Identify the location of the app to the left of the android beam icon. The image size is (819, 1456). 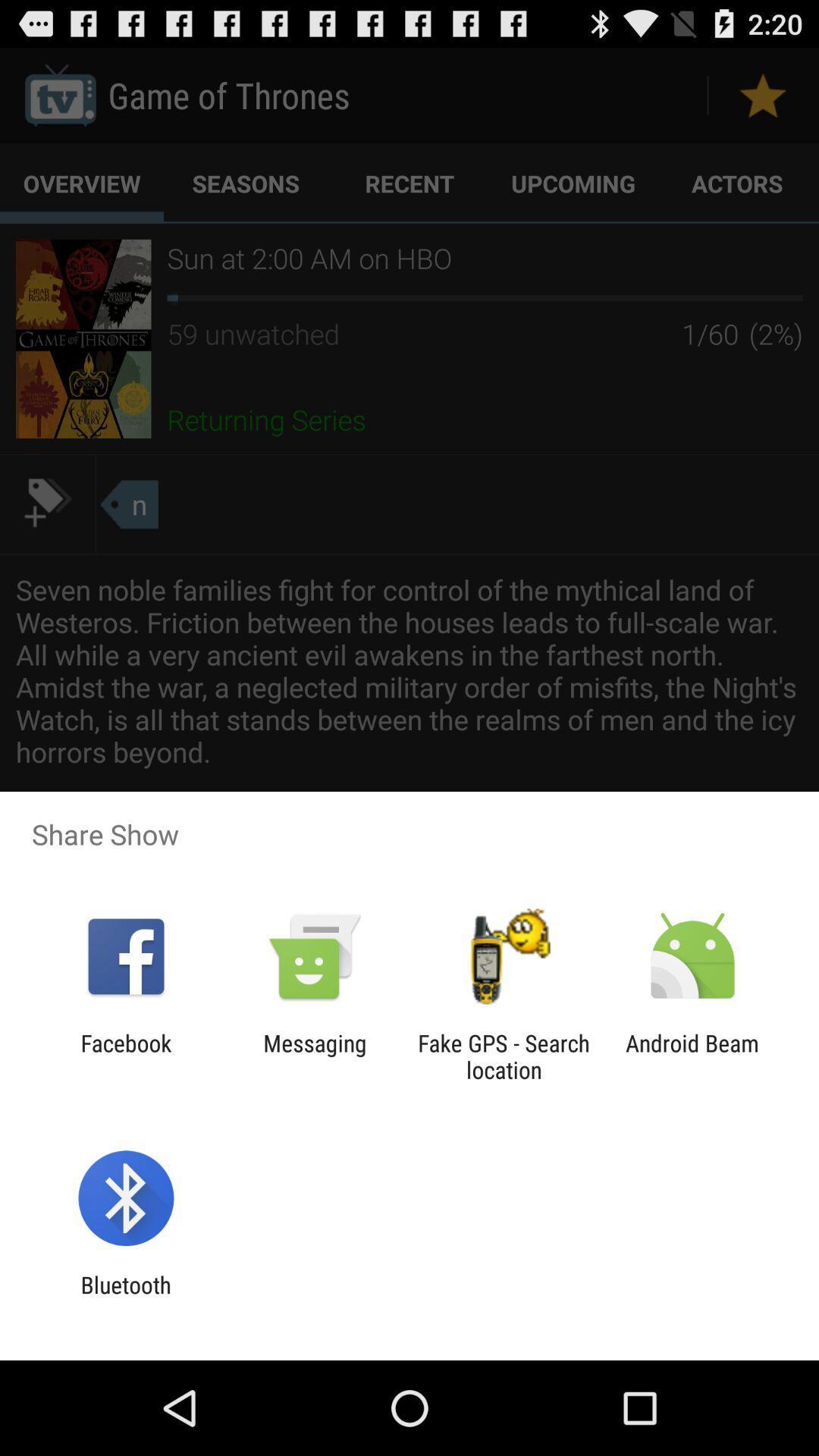
(504, 1056).